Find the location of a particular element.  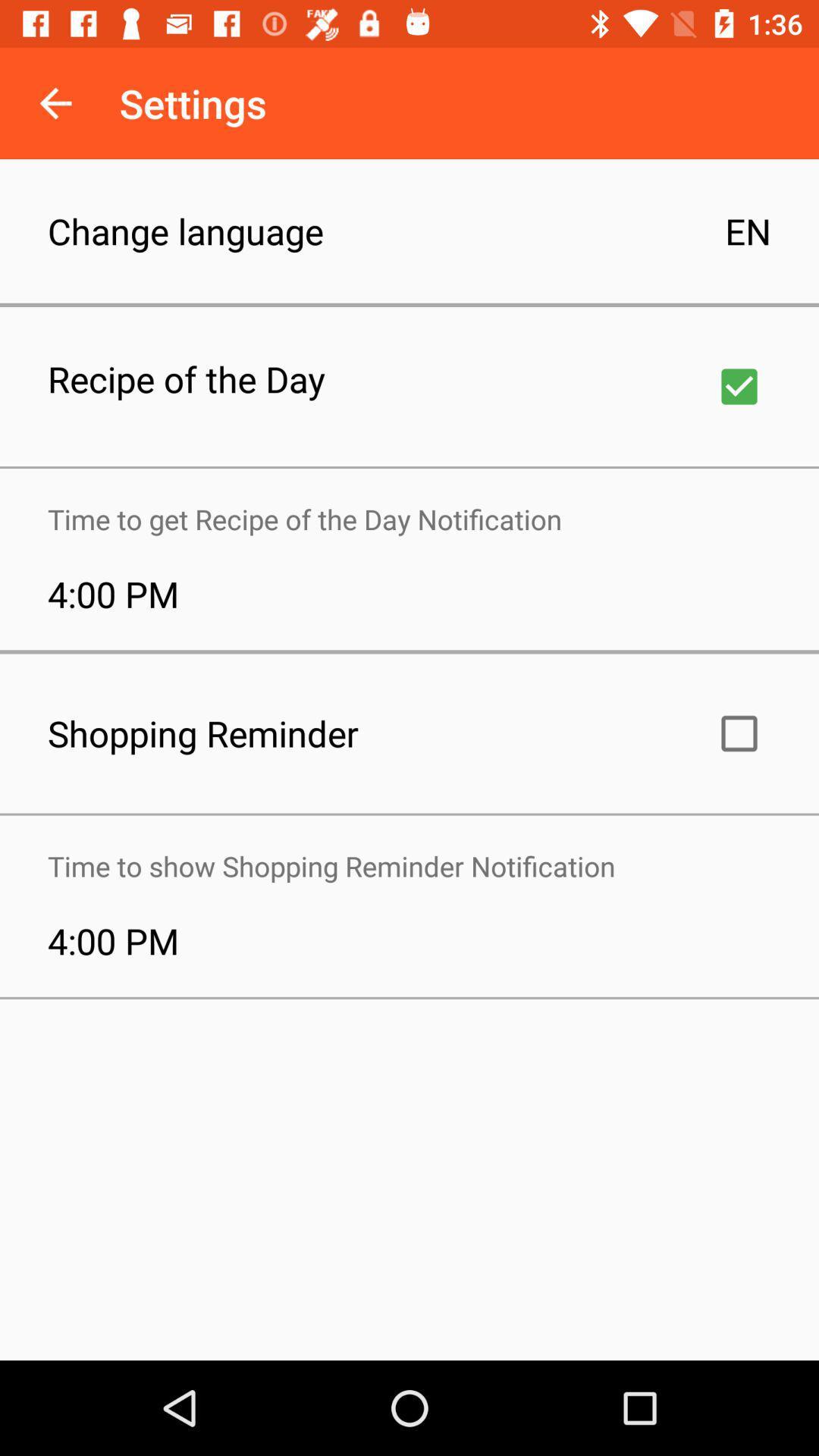

unselect checkmark is located at coordinates (739, 386).